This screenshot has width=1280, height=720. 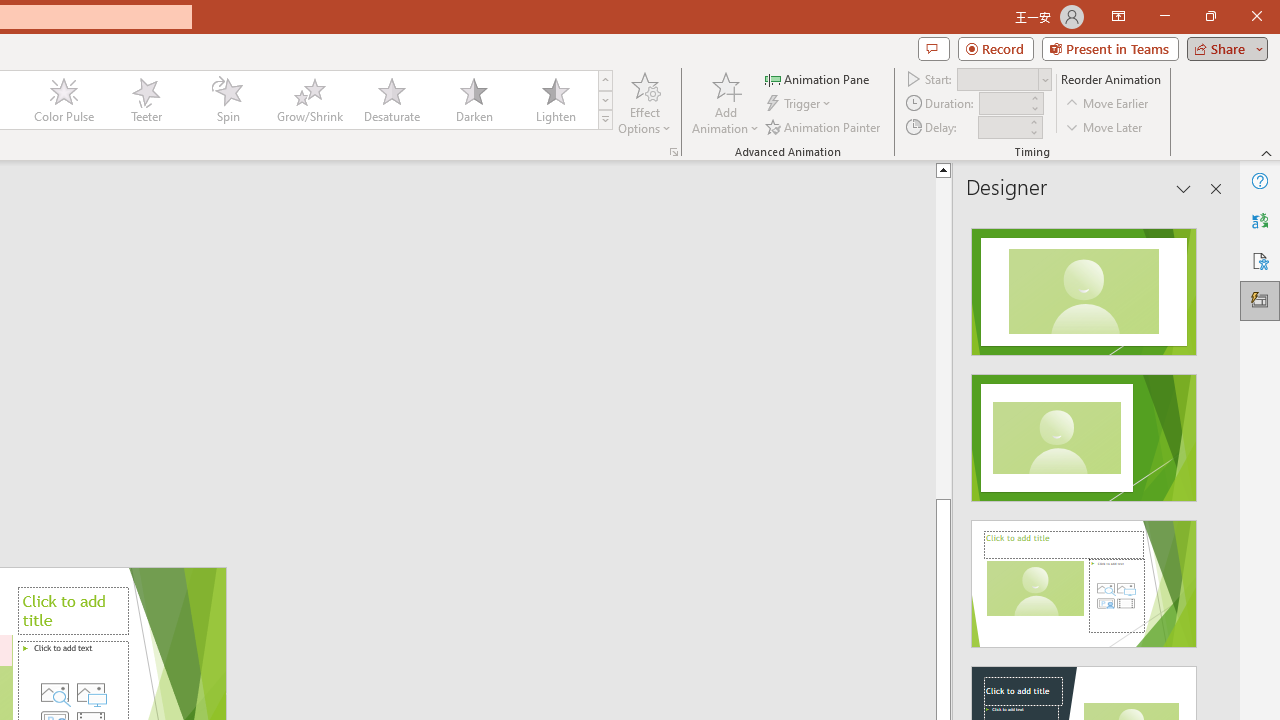 What do you see at coordinates (1222, 47) in the screenshot?
I see `'Share'` at bounding box center [1222, 47].